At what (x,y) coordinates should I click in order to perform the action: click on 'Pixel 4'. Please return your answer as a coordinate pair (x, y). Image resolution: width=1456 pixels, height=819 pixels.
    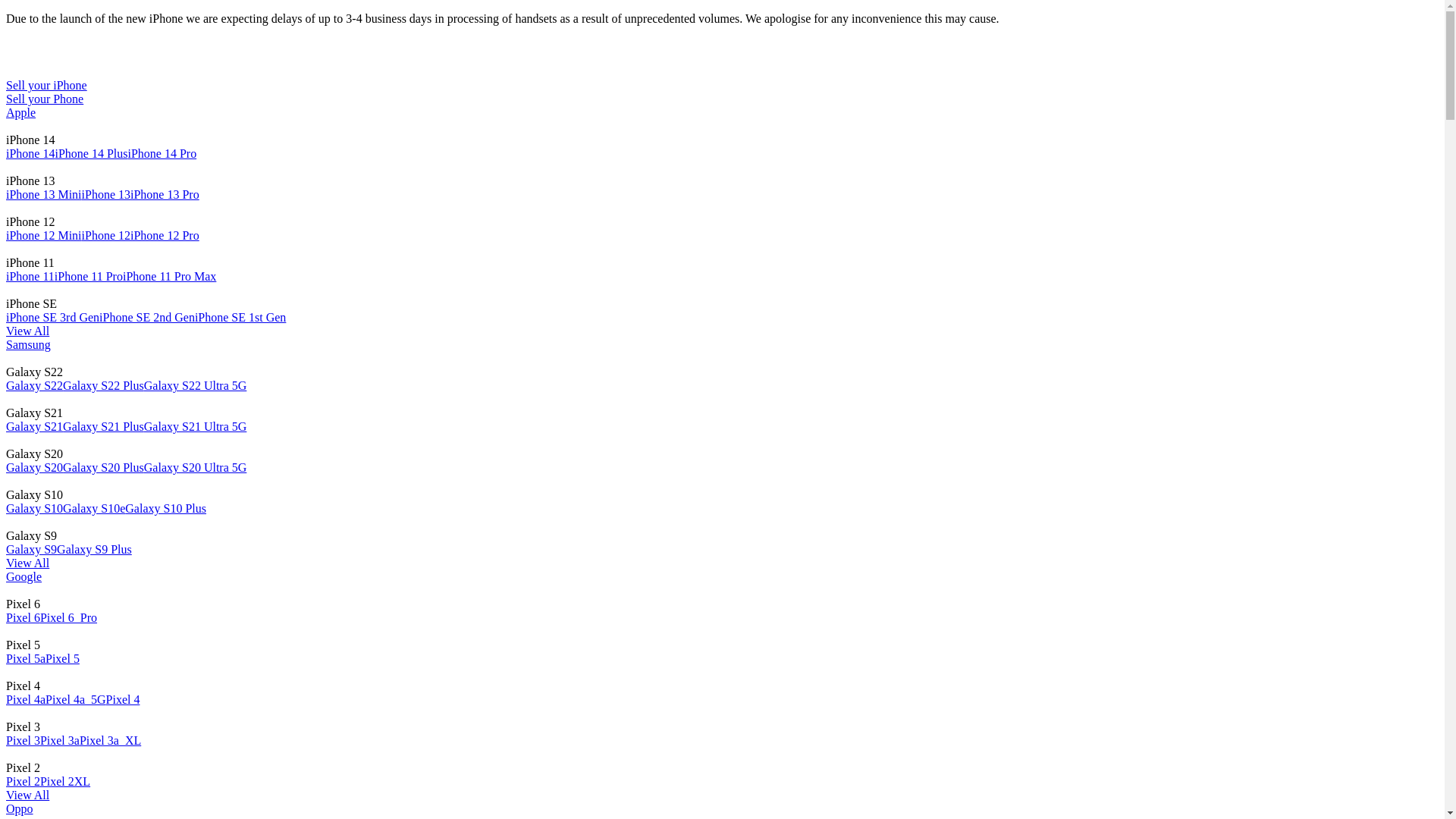
    Looking at the image, I should click on (123, 699).